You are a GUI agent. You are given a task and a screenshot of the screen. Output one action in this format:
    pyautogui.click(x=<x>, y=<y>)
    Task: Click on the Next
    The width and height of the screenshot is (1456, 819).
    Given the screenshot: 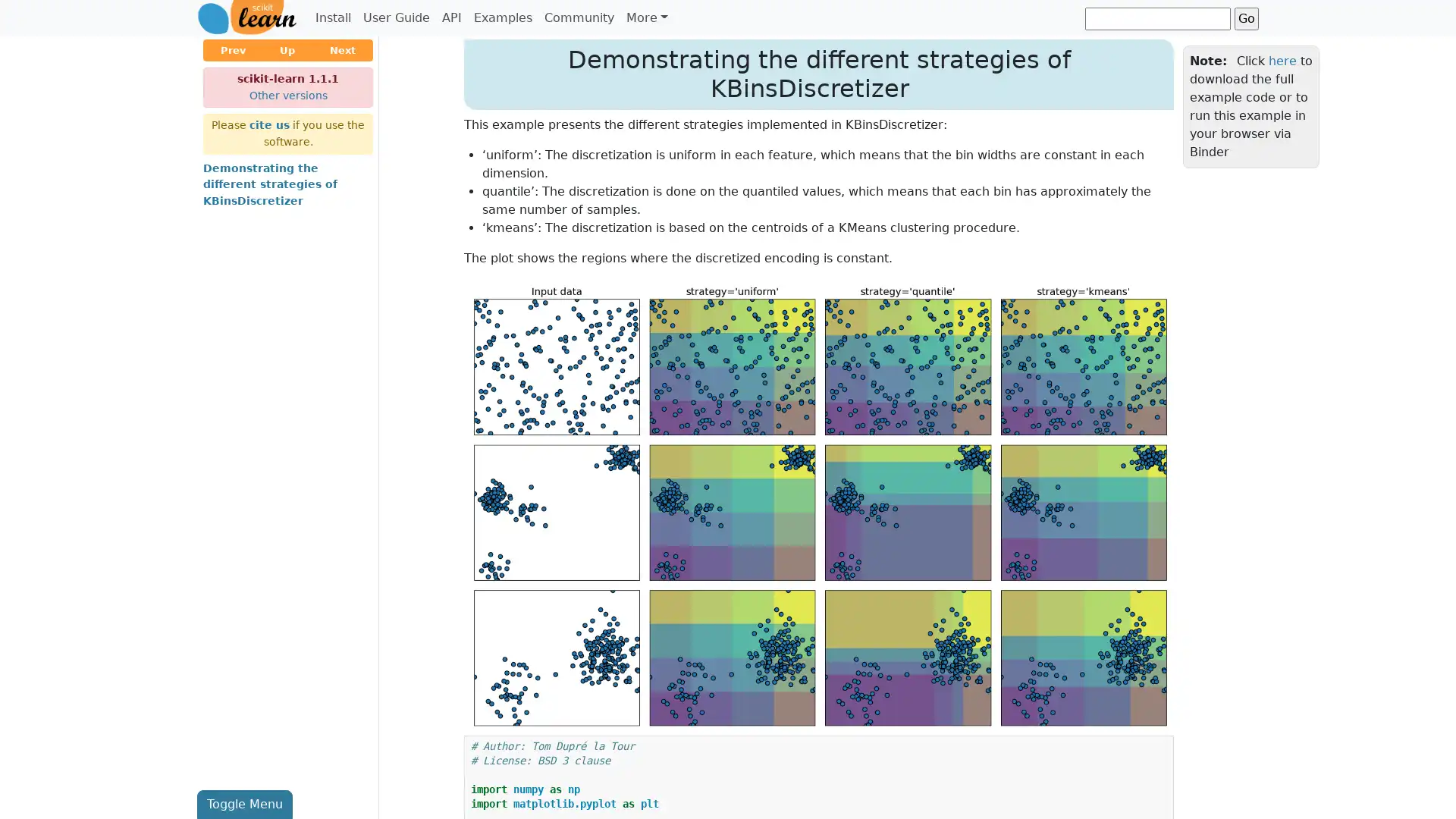 What is the action you would take?
    pyautogui.click(x=341, y=49)
    